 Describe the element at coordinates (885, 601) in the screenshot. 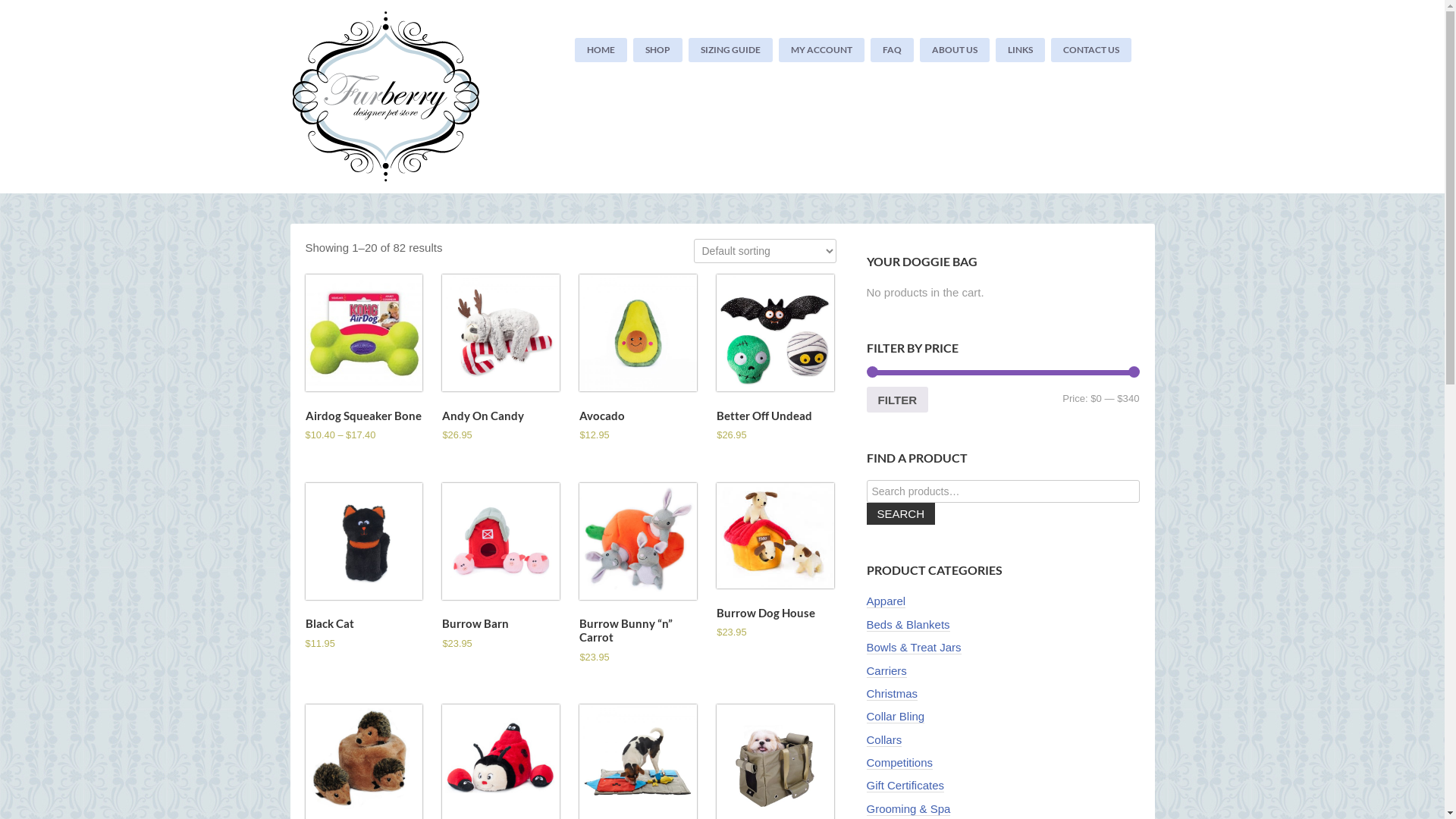

I see `'Apparel'` at that location.